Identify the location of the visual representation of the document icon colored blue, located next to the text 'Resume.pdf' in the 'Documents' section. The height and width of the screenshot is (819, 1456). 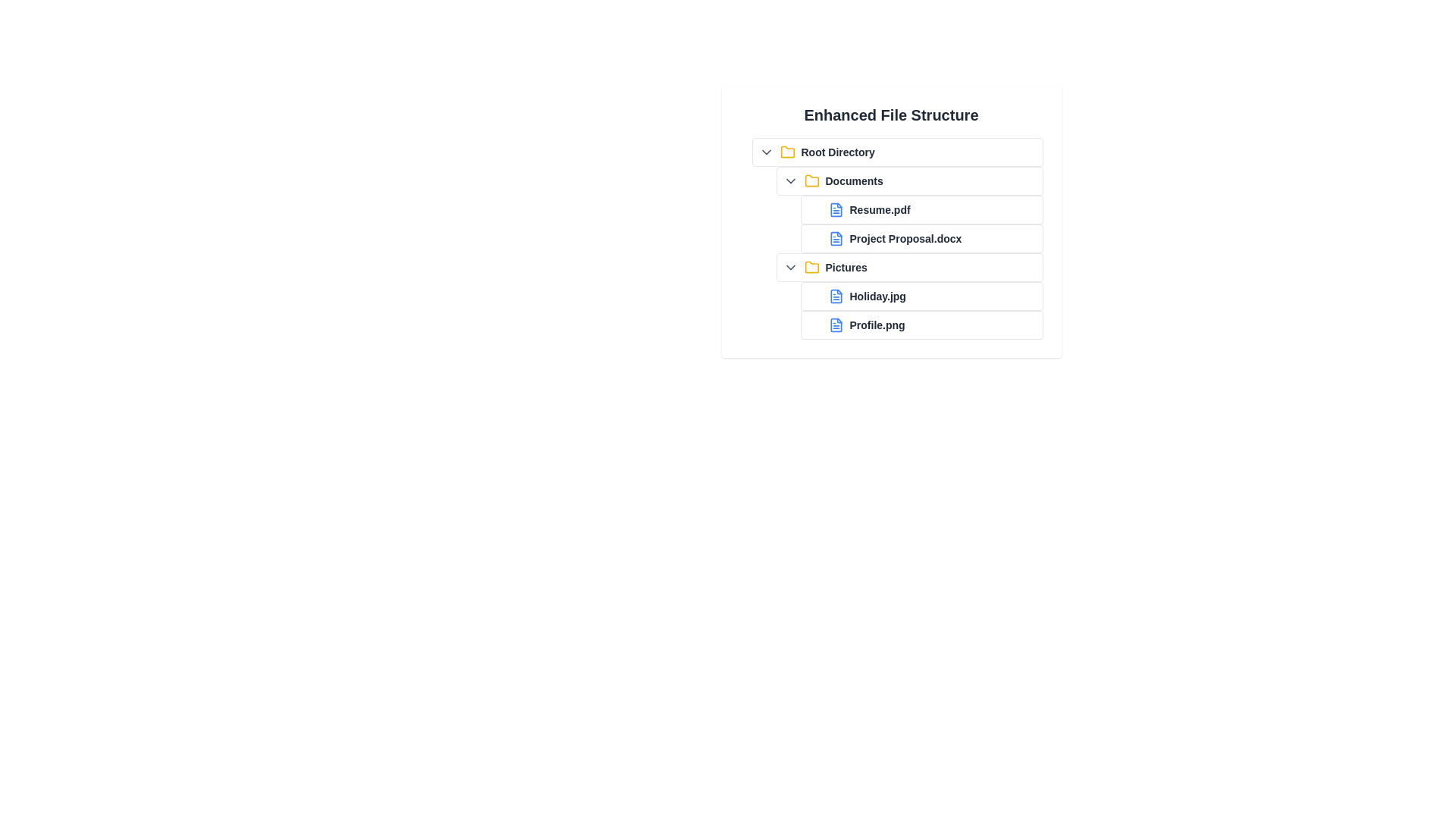
(835, 210).